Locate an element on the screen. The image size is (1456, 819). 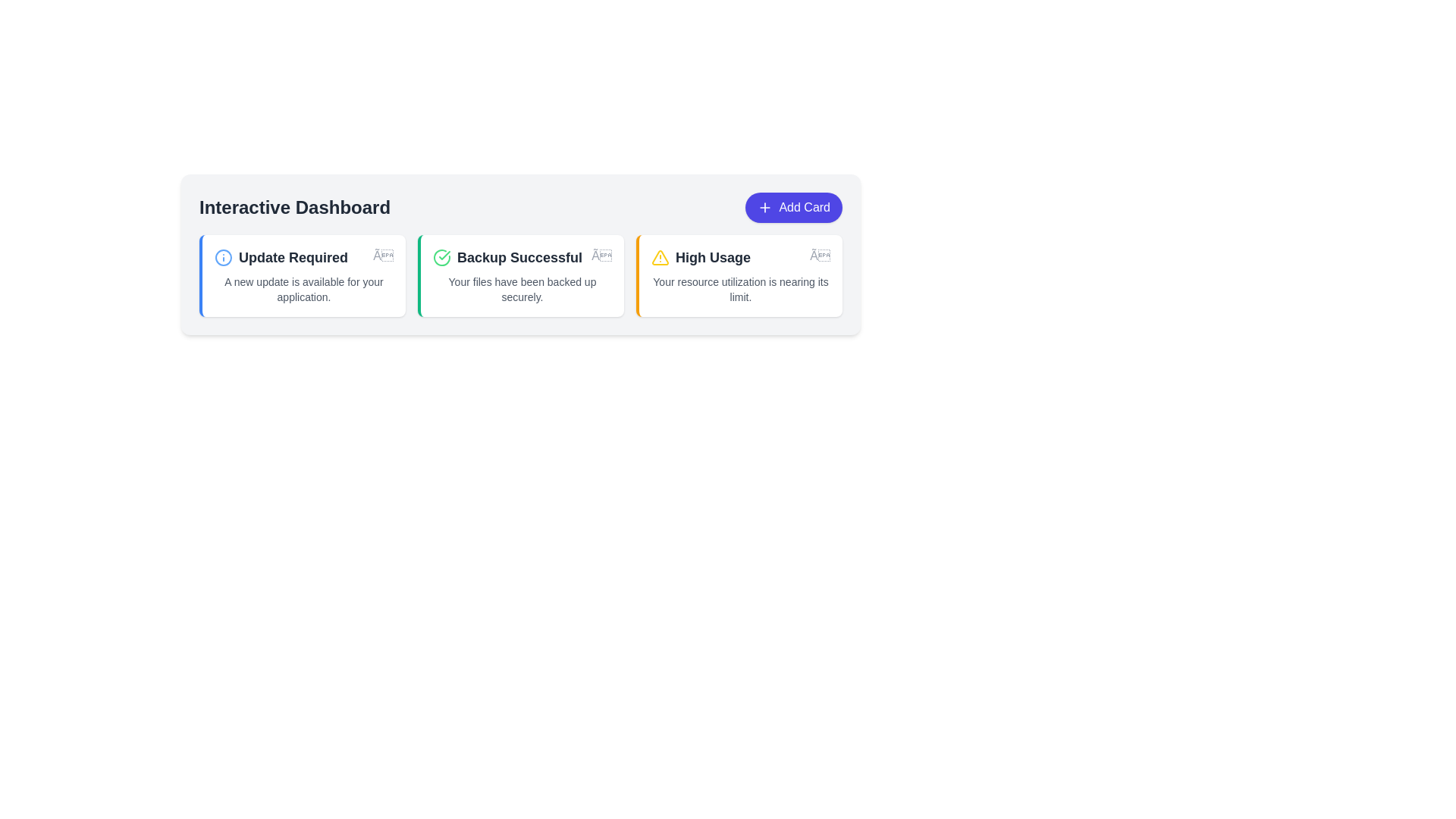
the Notification card with the text 'Backup Successful' is located at coordinates (520, 275).